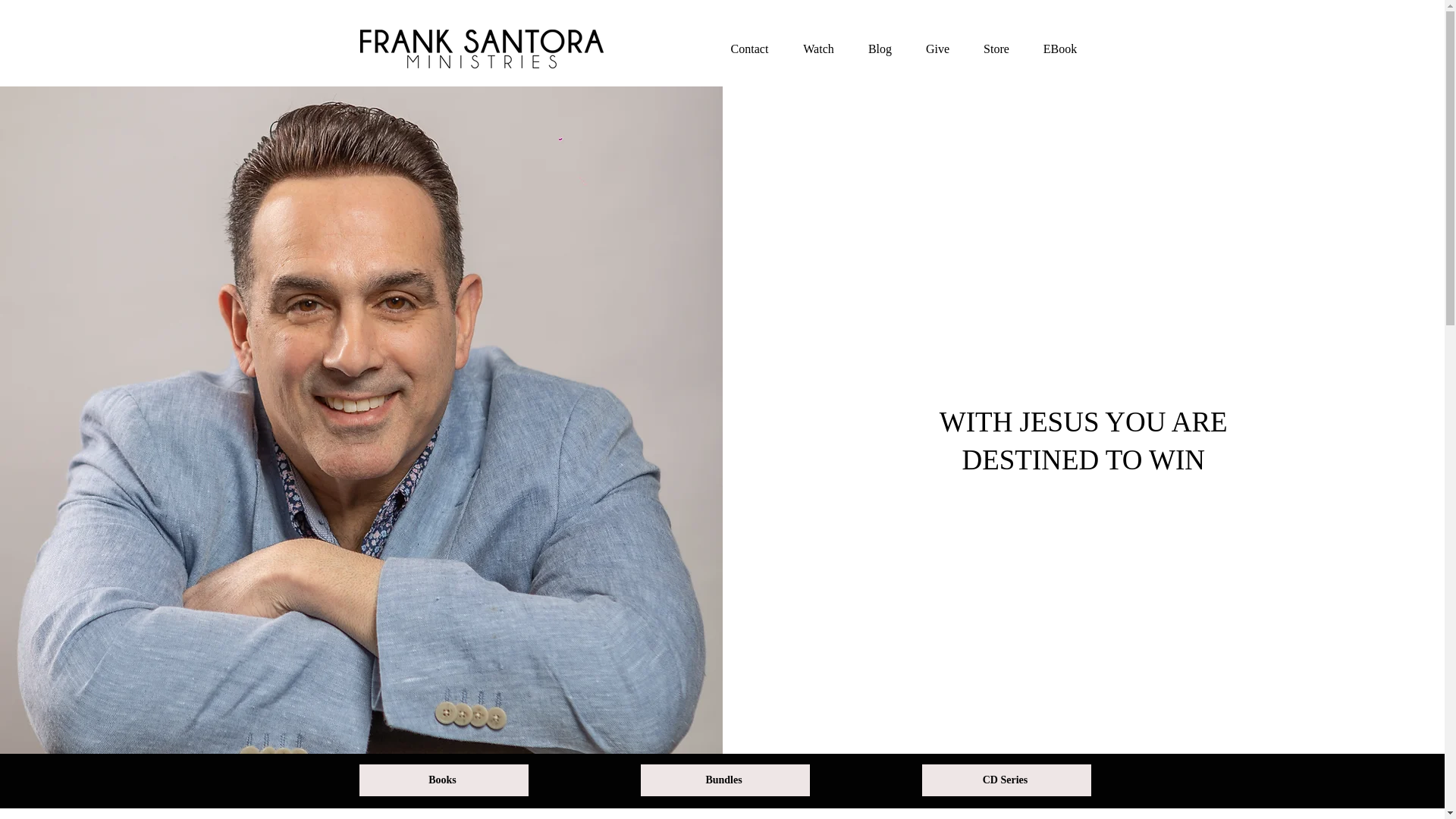 The width and height of the screenshot is (1456, 819). I want to click on 'Give', so click(937, 49).